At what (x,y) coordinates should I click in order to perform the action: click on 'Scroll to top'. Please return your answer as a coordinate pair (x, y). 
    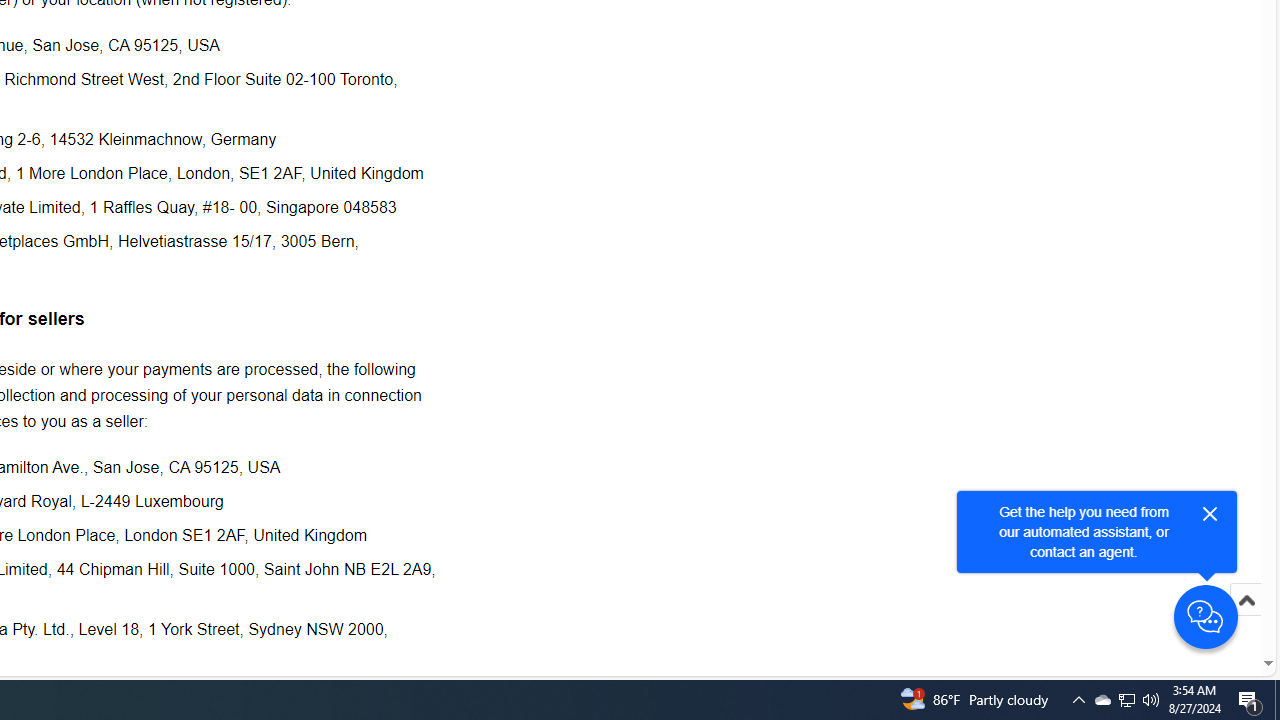
    Looking at the image, I should click on (1245, 620).